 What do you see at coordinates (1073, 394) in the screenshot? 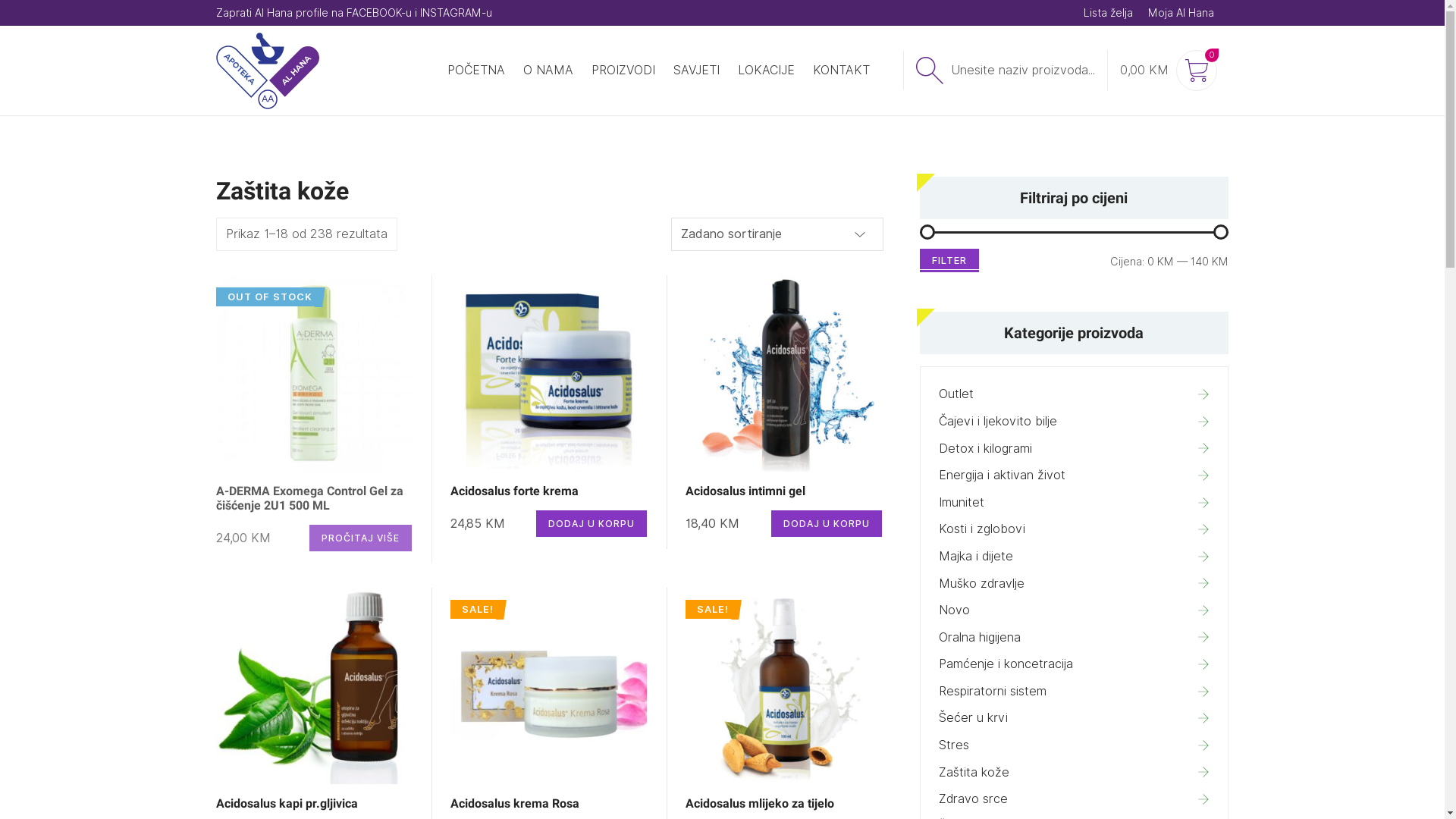
I see `'Outlet'` at bounding box center [1073, 394].